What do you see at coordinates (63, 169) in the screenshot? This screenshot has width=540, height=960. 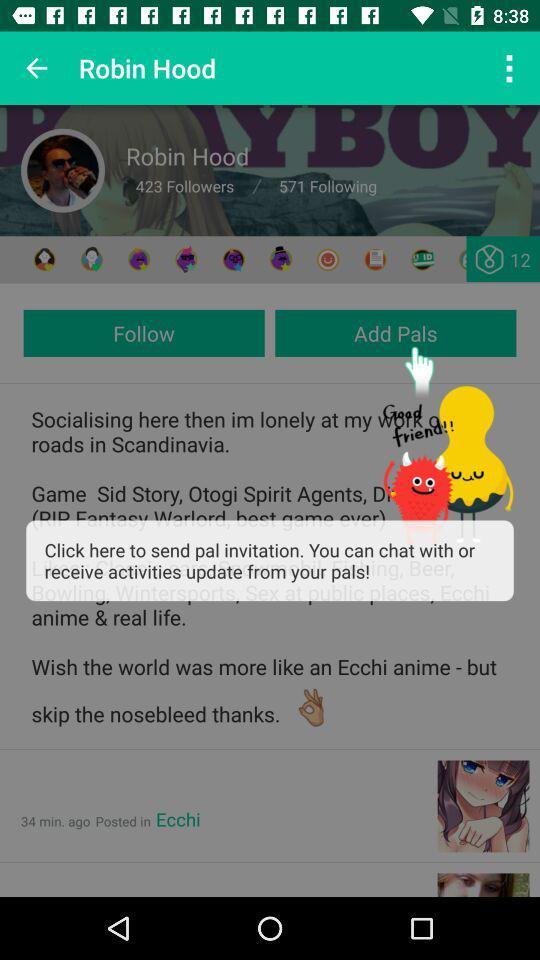 I see `profile picture` at bounding box center [63, 169].